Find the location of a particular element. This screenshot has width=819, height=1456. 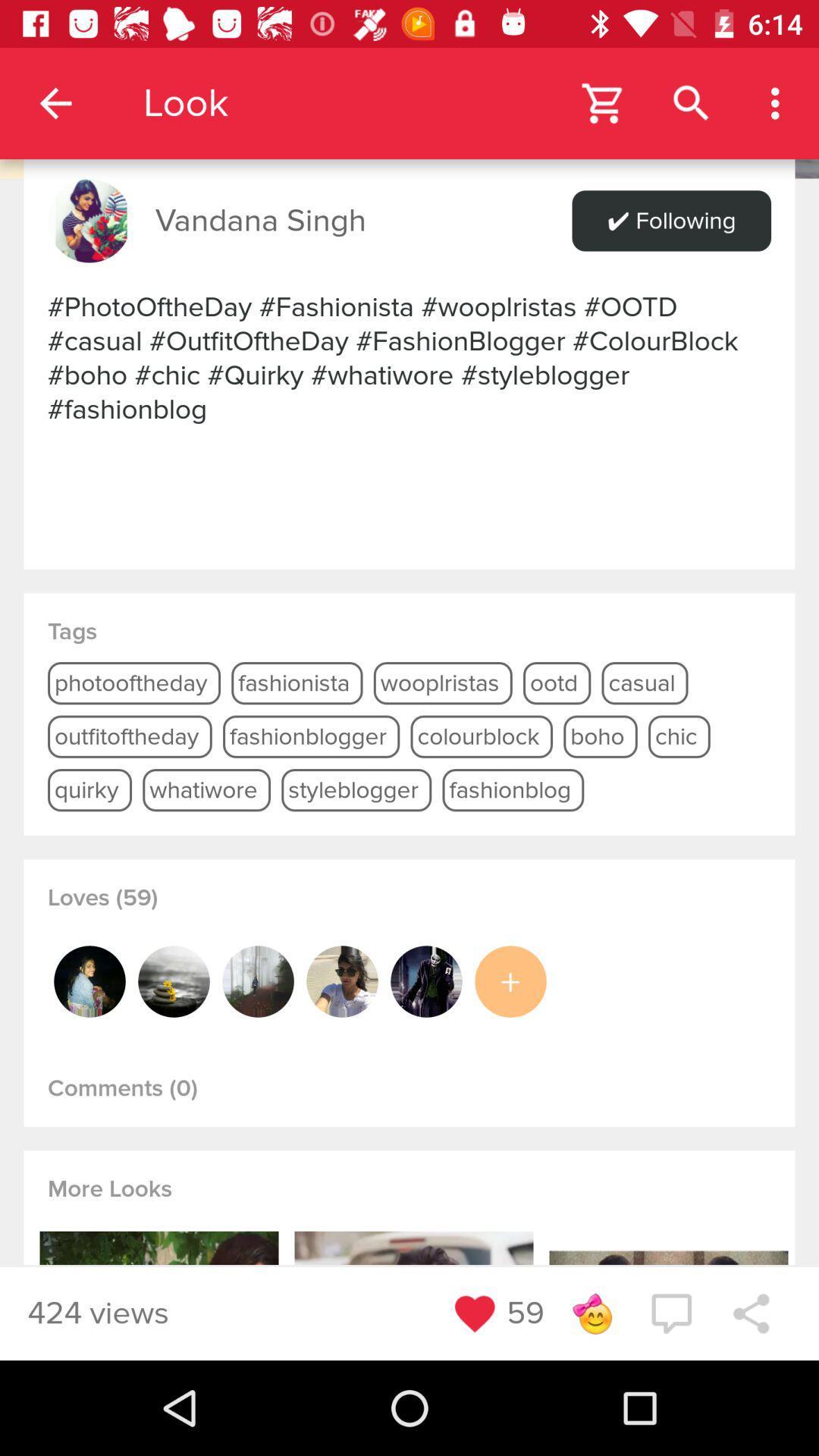

profile picture is located at coordinates (426, 981).